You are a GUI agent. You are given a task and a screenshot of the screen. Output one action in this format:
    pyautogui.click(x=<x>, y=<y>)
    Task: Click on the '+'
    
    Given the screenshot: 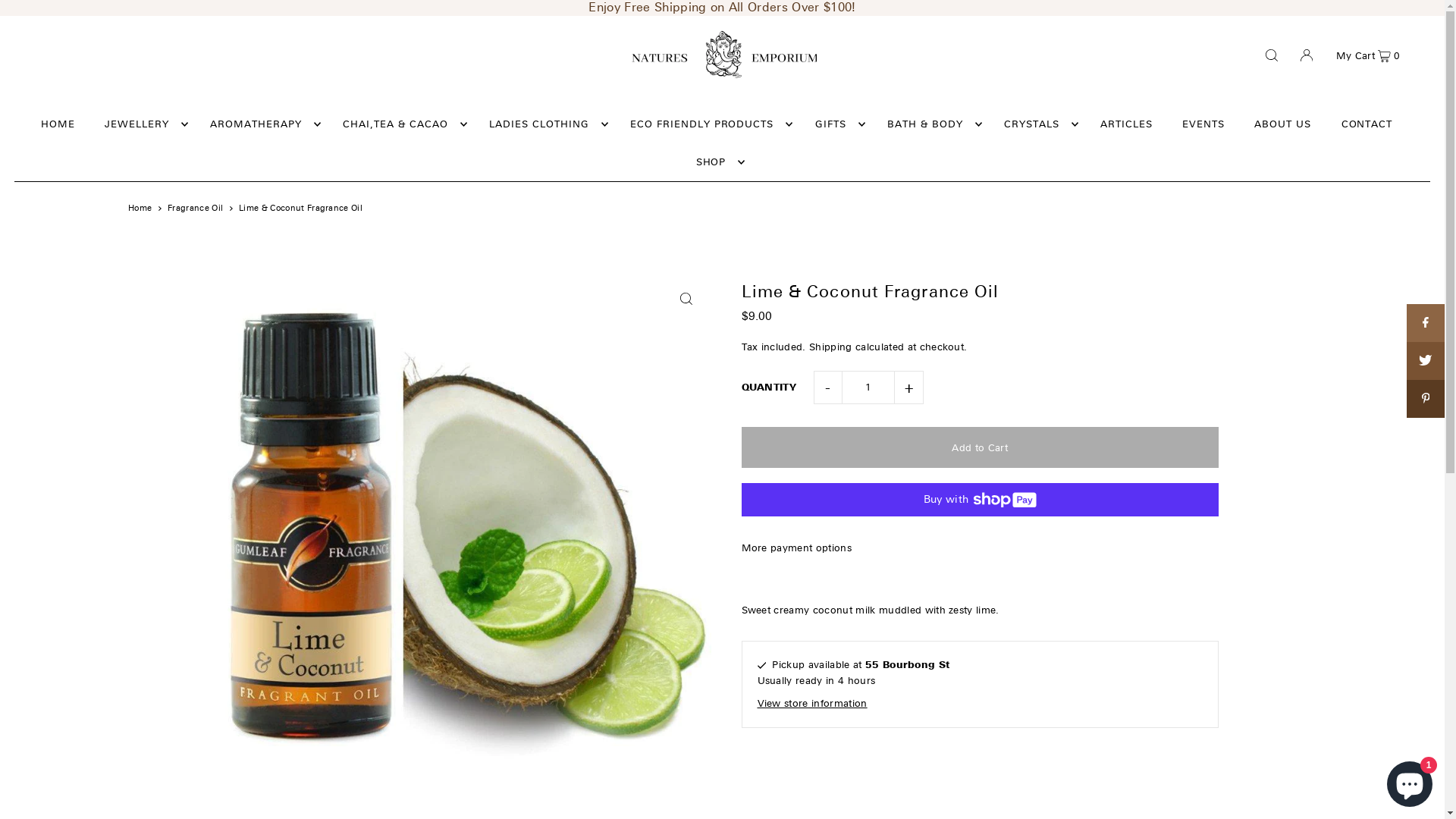 What is the action you would take?
    pyautogui.click(x=909, y=386)
    